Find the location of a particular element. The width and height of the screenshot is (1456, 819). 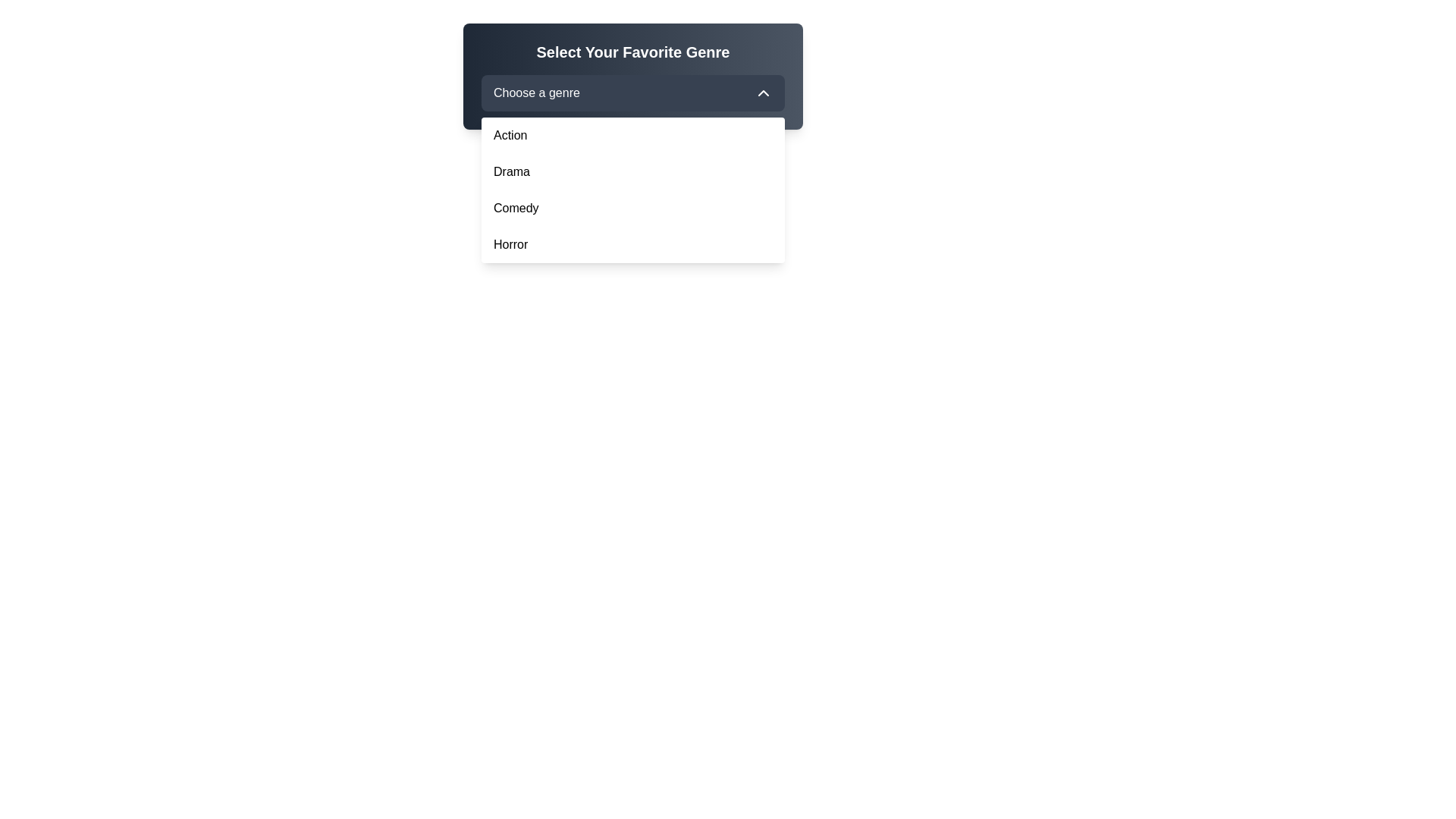

the 'Drama' label in the dropdown menu is located at coordinates (512, 171).